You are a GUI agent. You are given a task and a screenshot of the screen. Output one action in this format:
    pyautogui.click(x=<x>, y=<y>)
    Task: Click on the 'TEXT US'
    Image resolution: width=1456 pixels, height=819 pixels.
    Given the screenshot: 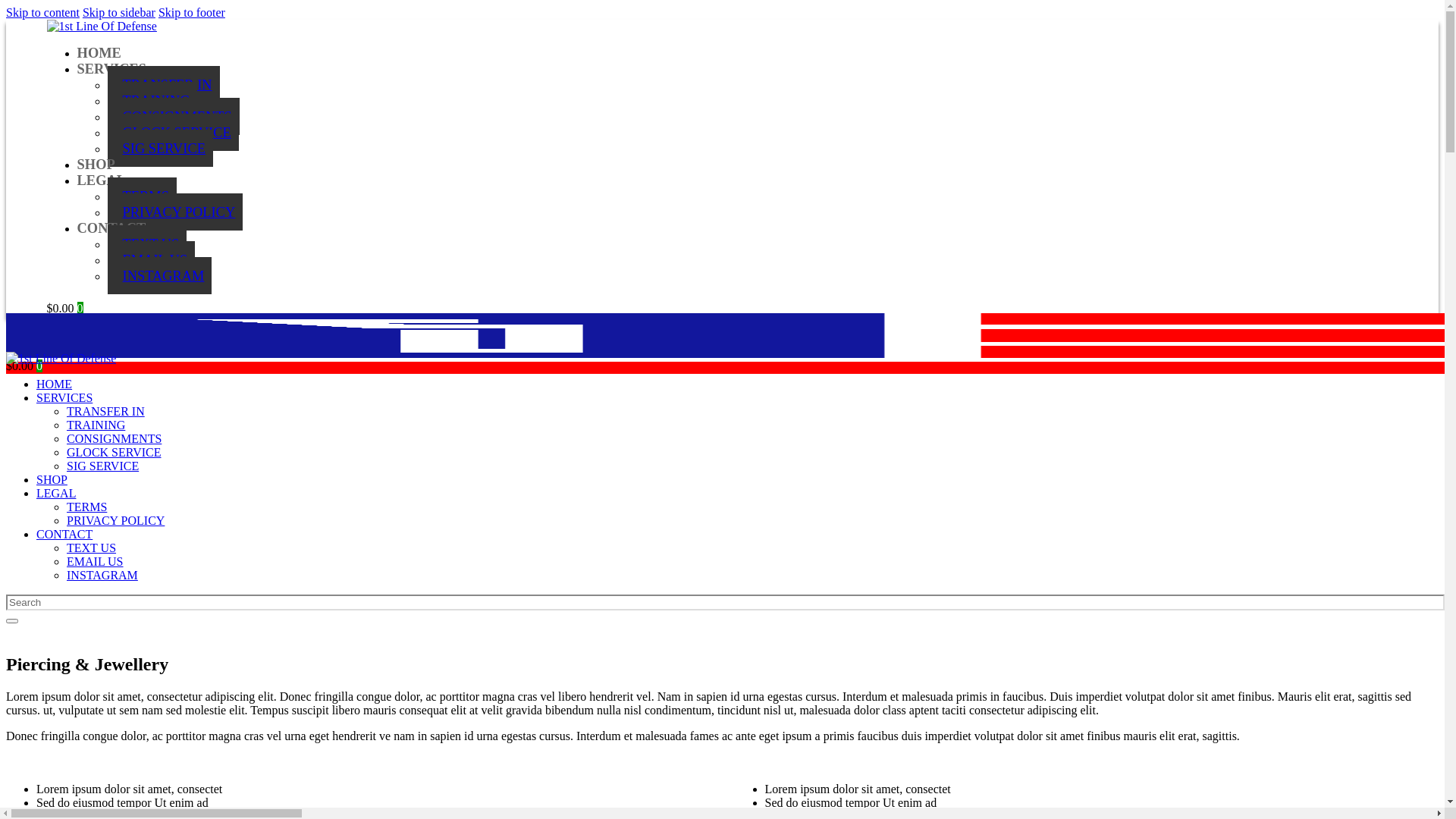 What is the action you would take?
    pyautogui.click(x=147, y=243)
    